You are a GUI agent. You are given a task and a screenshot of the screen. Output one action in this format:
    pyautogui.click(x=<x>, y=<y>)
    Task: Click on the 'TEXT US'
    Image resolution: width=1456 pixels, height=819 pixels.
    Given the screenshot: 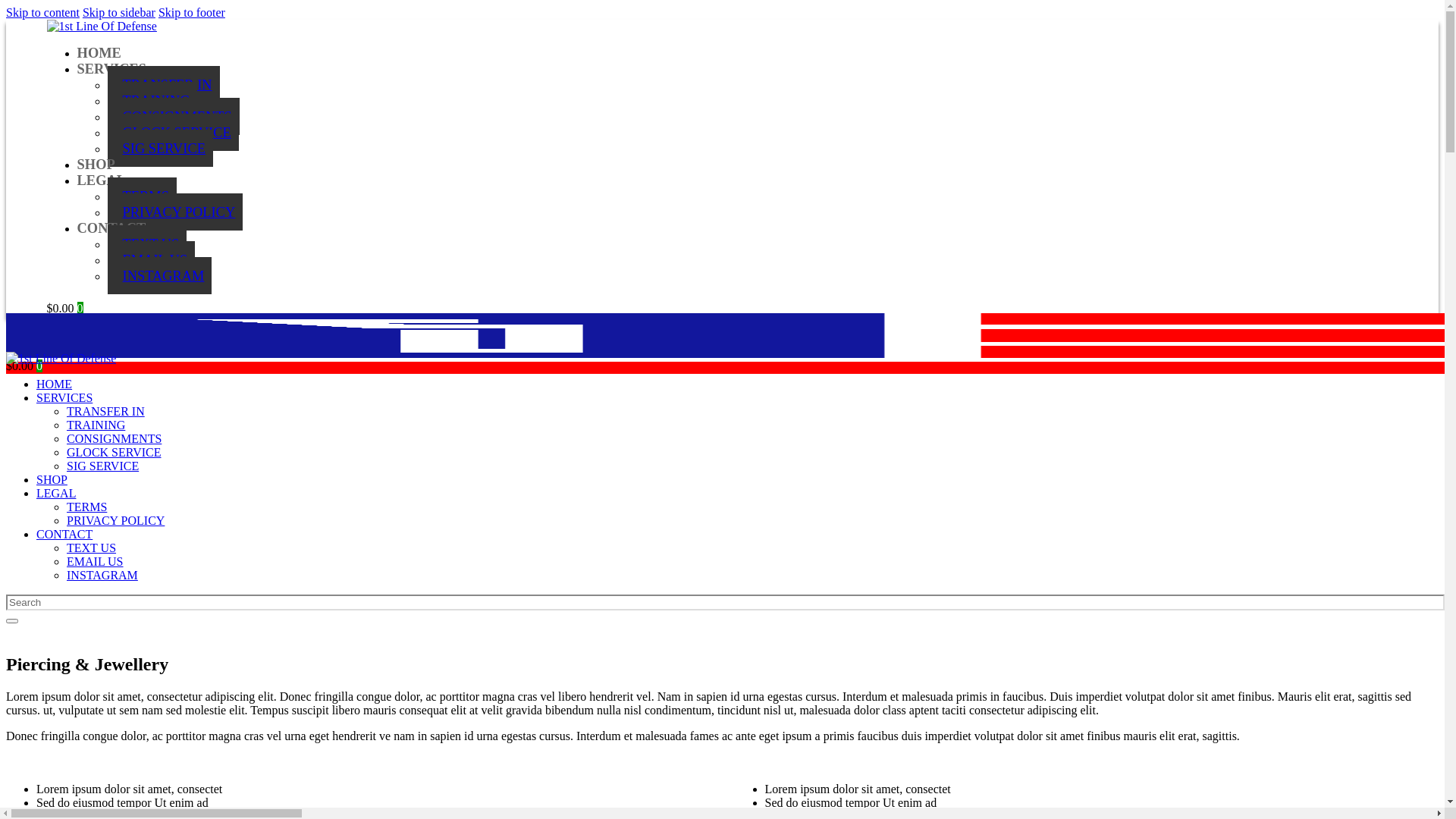 What is the action you would take?
    pyautogui.click(x=147, y=243)
    